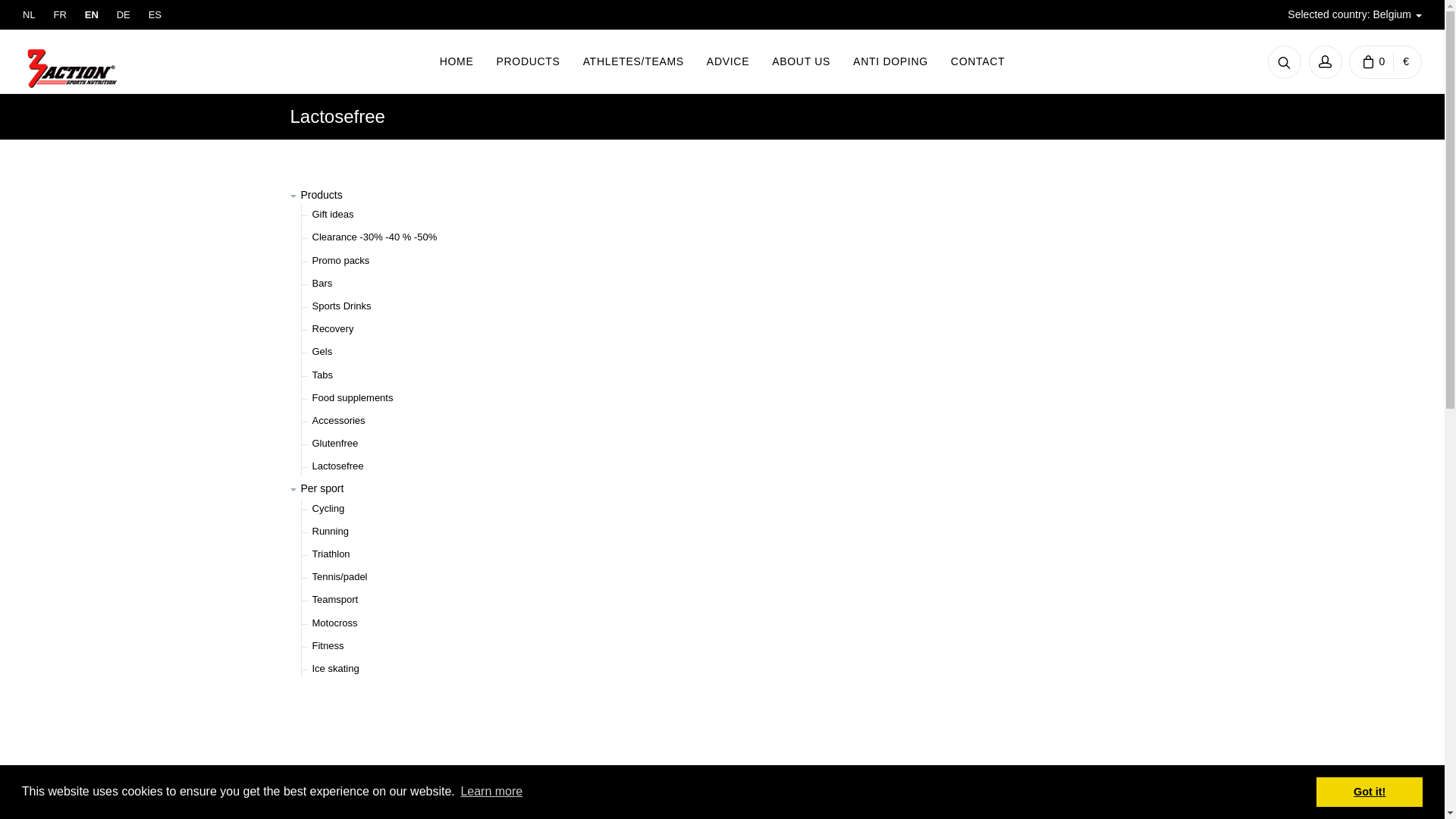 Image resolution: width=1456 pixels, height=819 pixels. What do you see at coordinates (491, 791) in the screenshot?
I see `'Learn more'` at bounding box center [491, 791].